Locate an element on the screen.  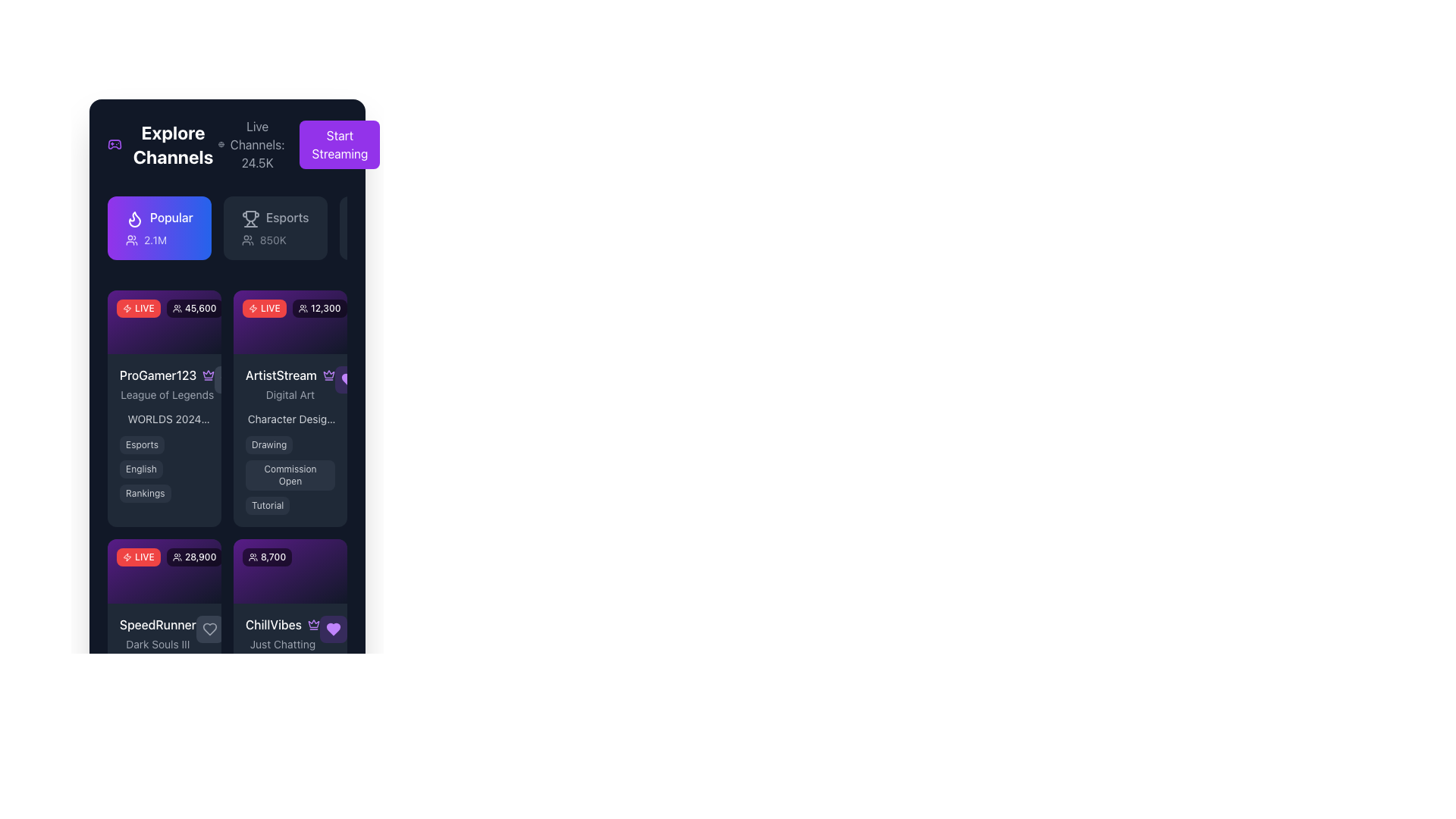
the content block titled 'ProGamer123' that features a description of 'League of Legends', a subtitle 'WORLDS 2024 PRACTICE!', and tags in gray capsules is located at coordinates (164, 435).